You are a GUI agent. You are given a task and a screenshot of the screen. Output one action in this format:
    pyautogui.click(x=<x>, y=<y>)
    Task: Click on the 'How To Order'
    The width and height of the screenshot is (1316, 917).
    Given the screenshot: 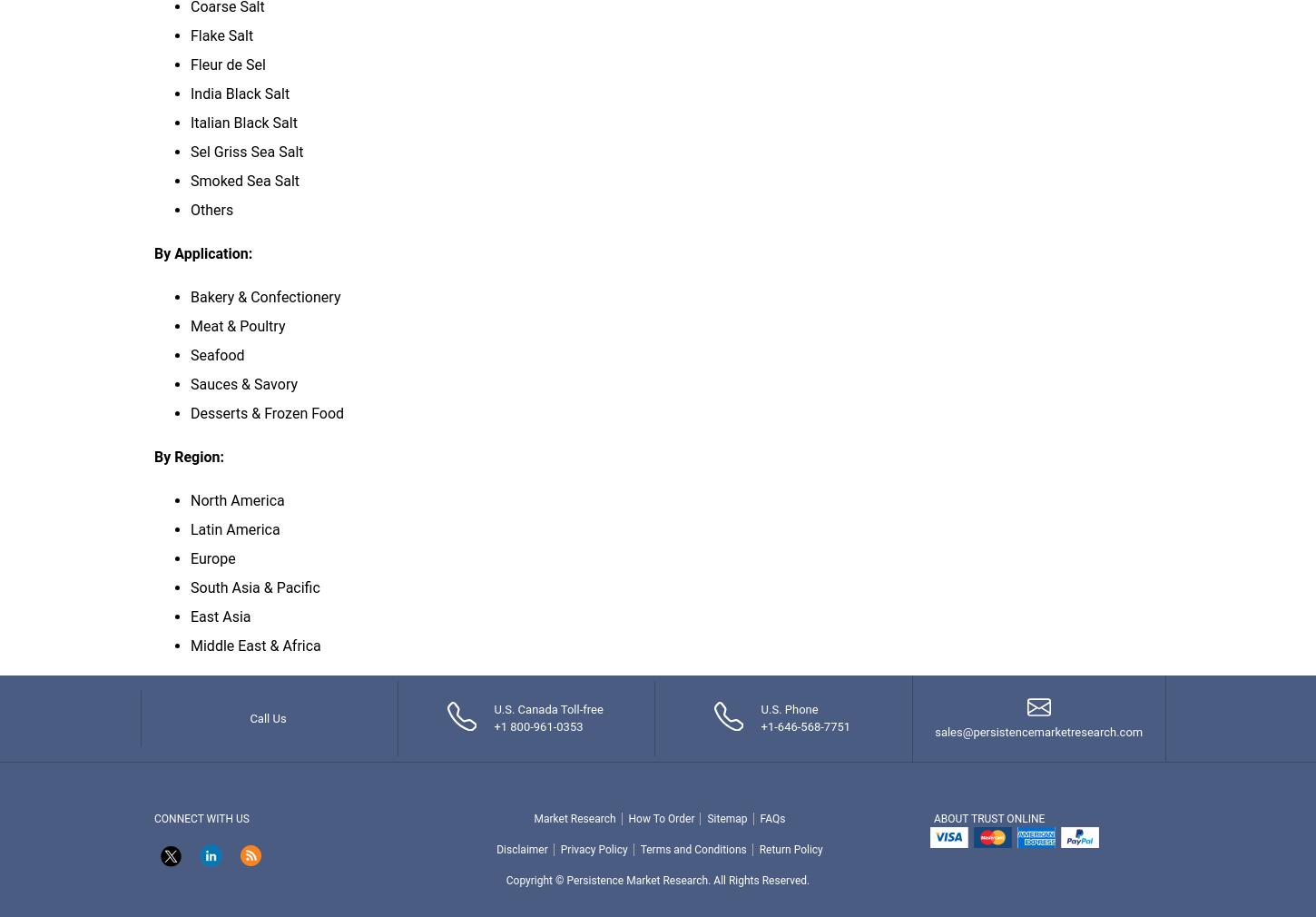 What is the action you would take?
    pyautogui.click(x=661, y=818)
    